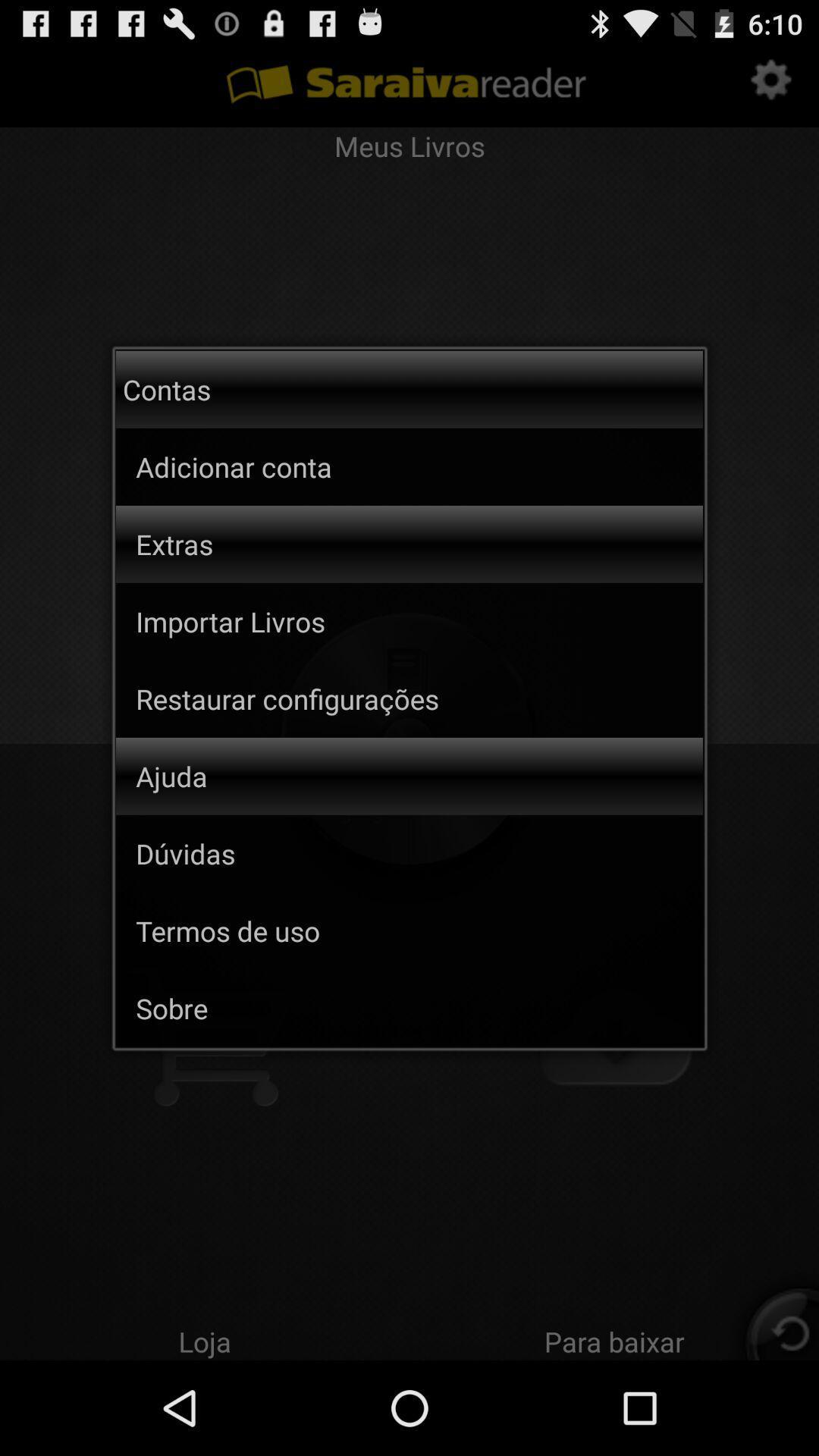 This screenshot has width=819, height=1456. I want to click on importar livros, so click(419, 621).